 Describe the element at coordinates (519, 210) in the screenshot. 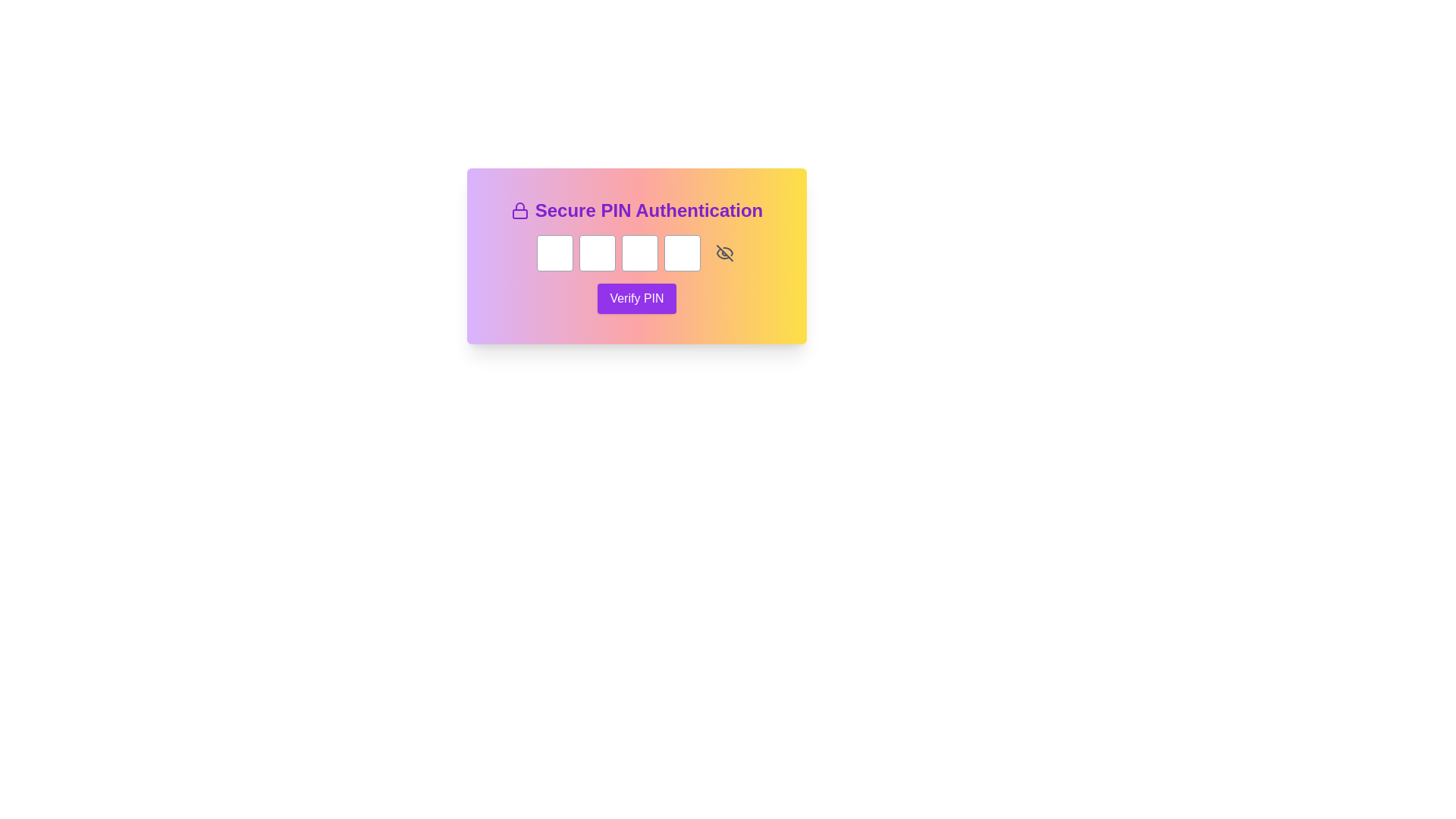

I see `the purple lock icon styled in a simplistic outline design, located to the left of the text 'Secure PIN Authentication' in the card header section` at that location.